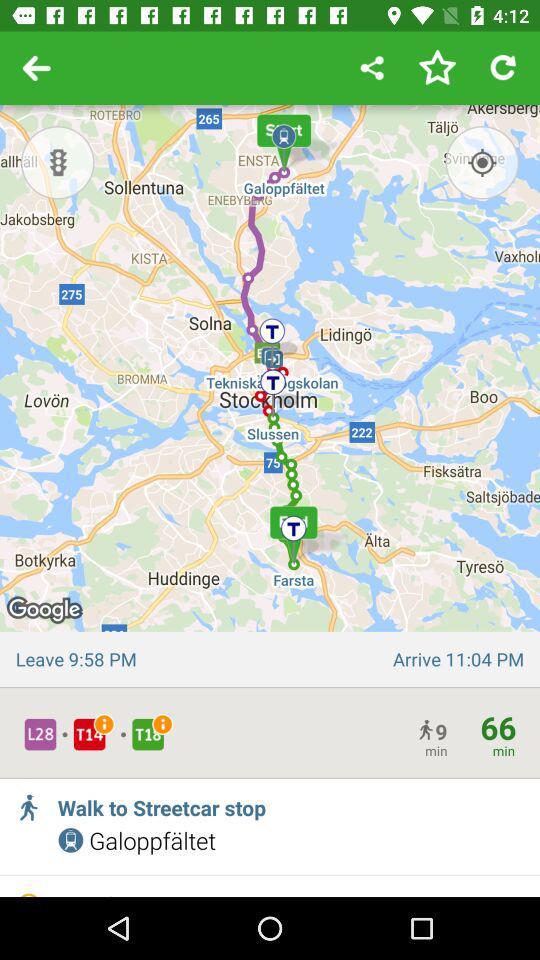  I want to click on as favorite, so click(436, 68).